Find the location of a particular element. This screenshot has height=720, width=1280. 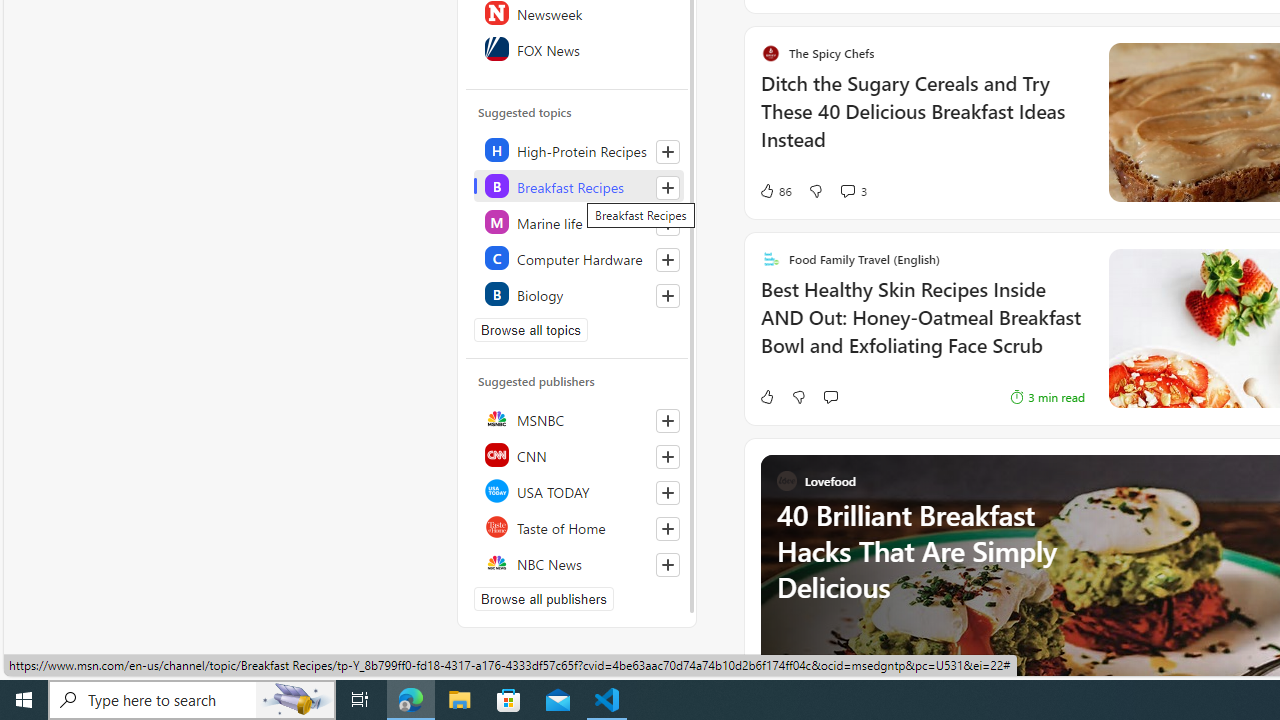

'NBC News' is located at coordinates (577, 563).